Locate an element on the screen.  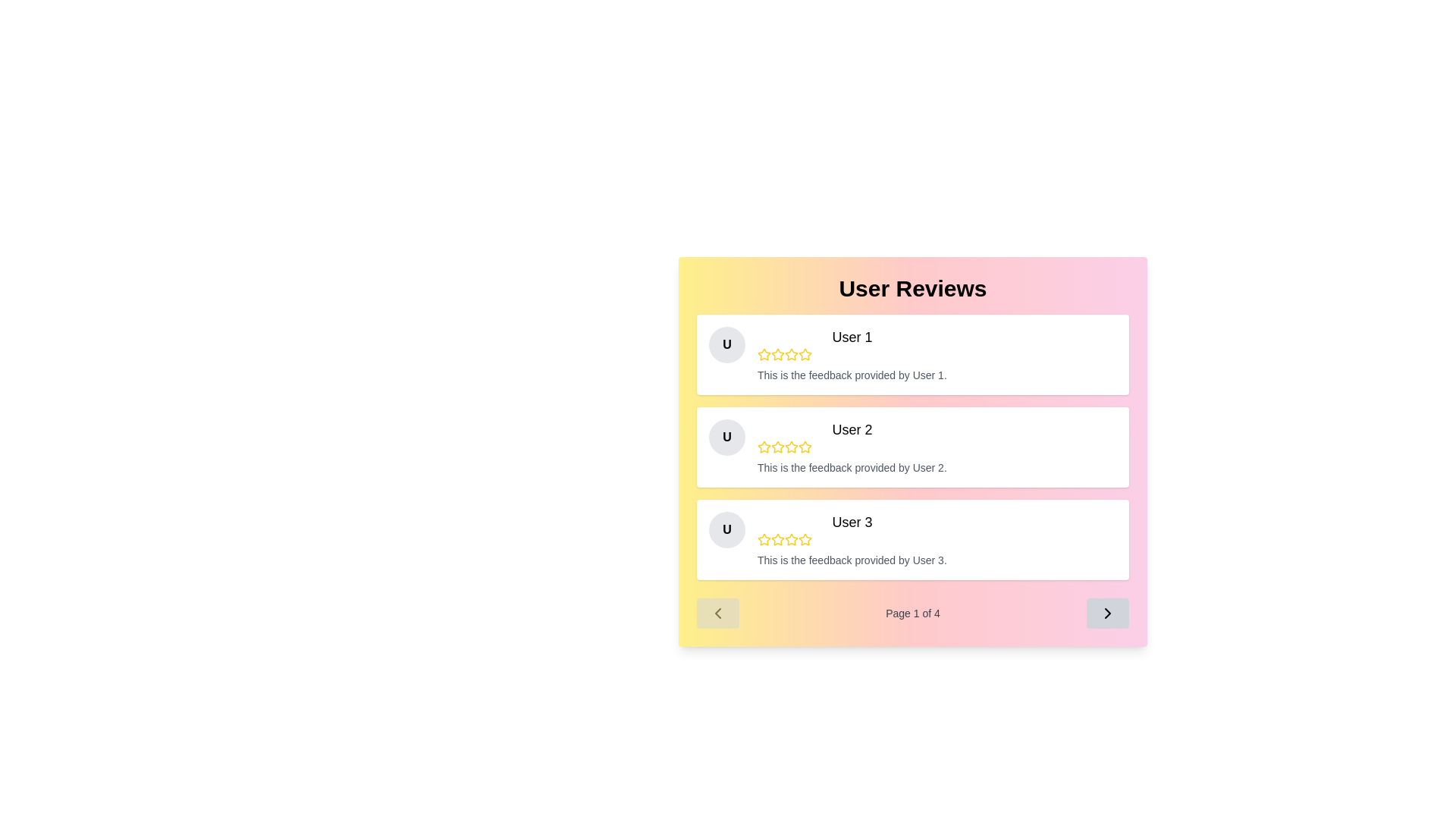
the hollow five-pointed star icon with a yellow fill and red marking located in the third position of the horizontal row of stars within the 'User 3' review card is located at coordinates (764, 538).